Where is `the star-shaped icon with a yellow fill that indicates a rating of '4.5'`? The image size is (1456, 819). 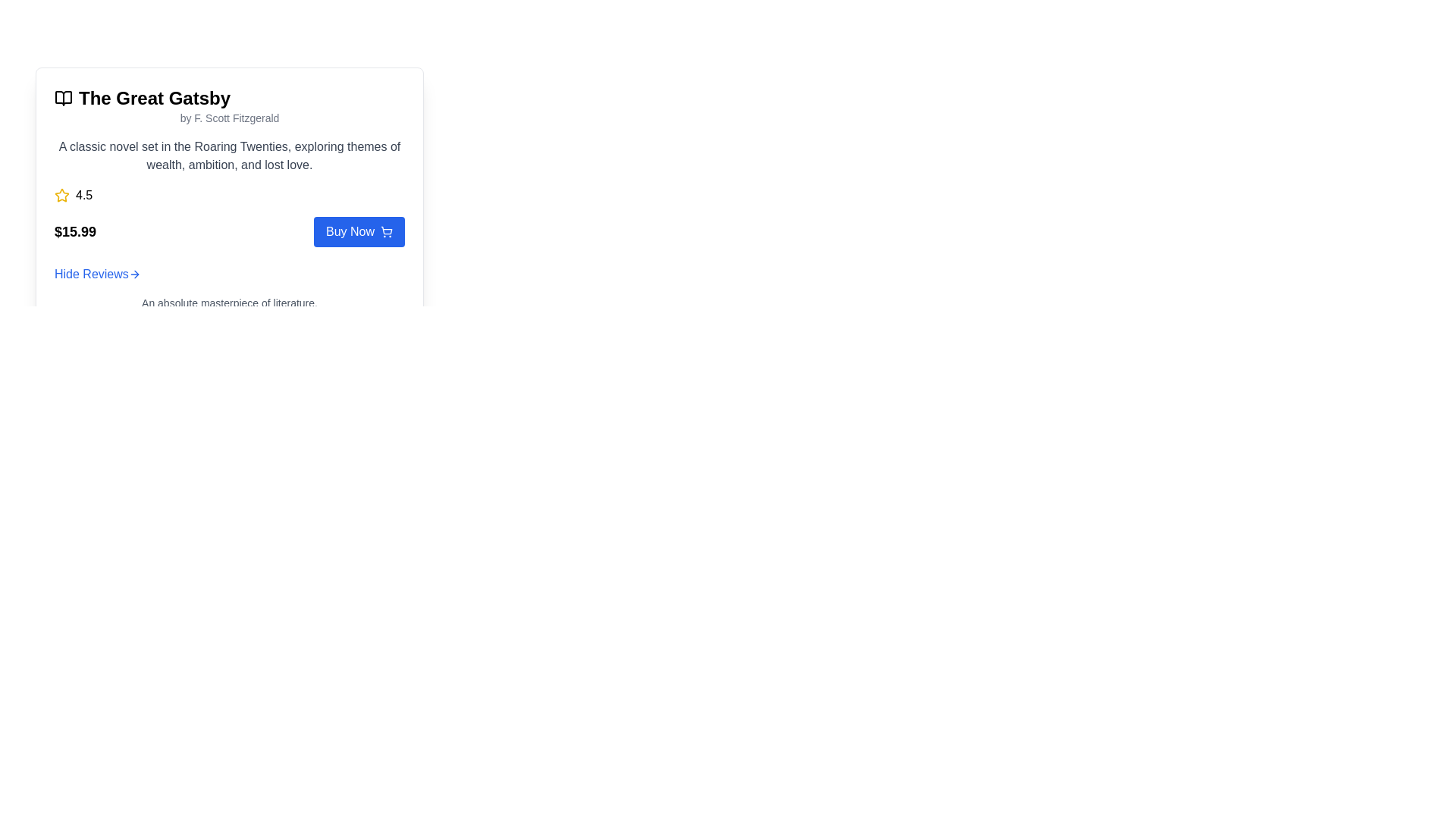
the star-shaped icon with a yellow fill that indicates a rating of '4.5' is located at coordinates (61, 195).